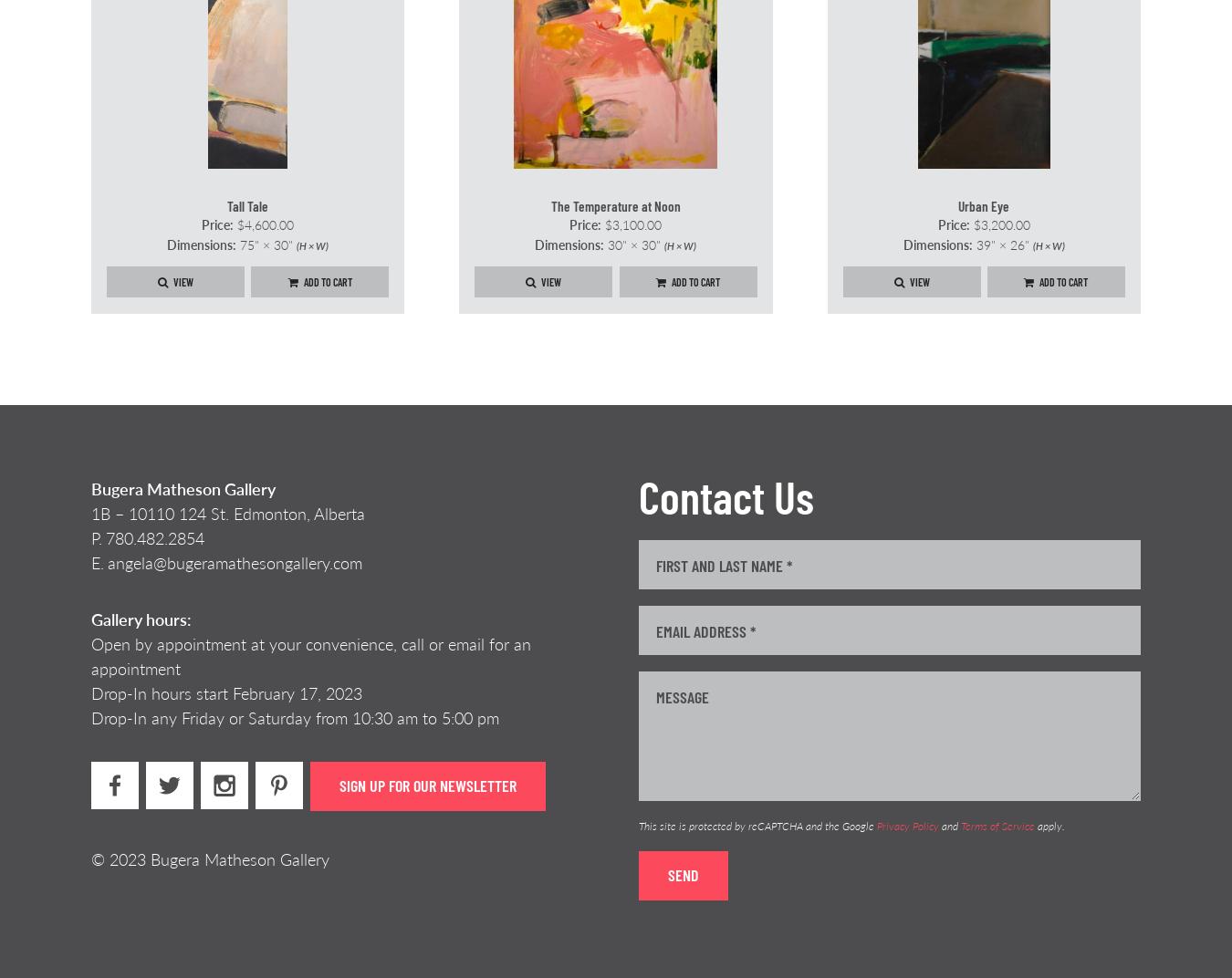  I want to click on '$3,100.00', so click(631, 223).